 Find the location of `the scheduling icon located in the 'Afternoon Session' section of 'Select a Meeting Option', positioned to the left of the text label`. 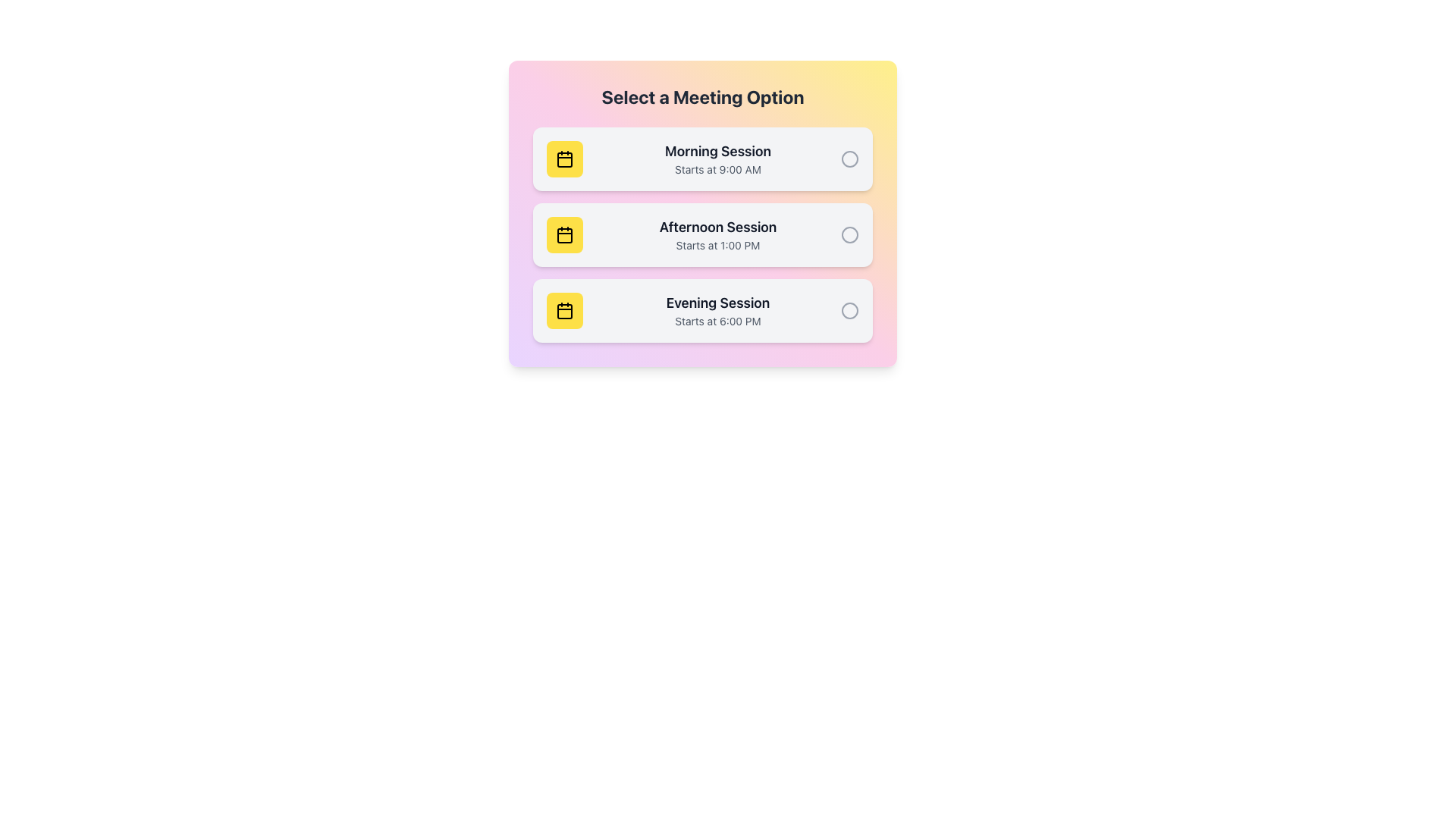

the scheduling icon located in the 'Afternoon Session' section of 'Select a Meeting Option', positioned to the left of the text label is located at coordinates (563, 234).